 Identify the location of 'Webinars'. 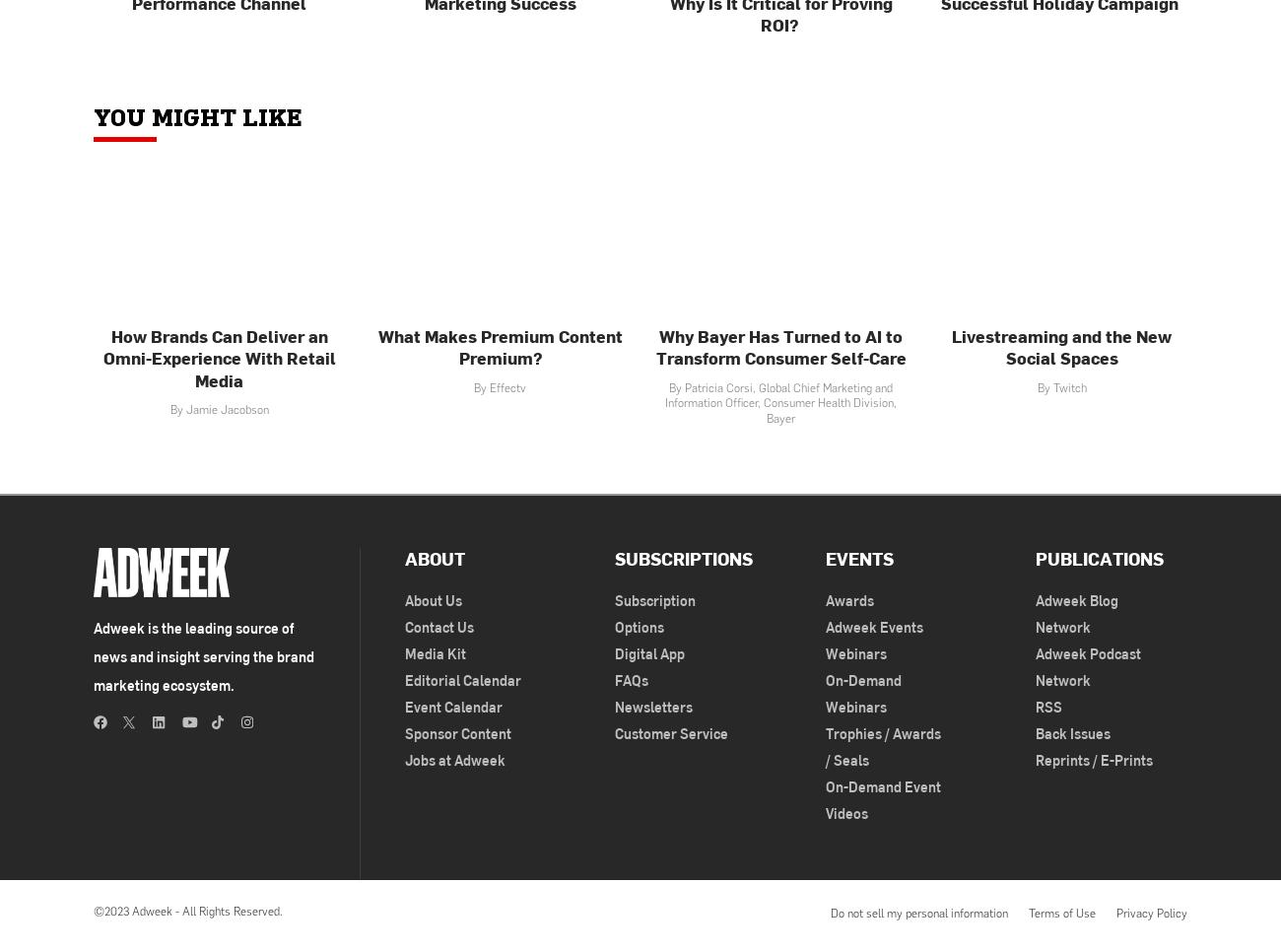
(854, 652).